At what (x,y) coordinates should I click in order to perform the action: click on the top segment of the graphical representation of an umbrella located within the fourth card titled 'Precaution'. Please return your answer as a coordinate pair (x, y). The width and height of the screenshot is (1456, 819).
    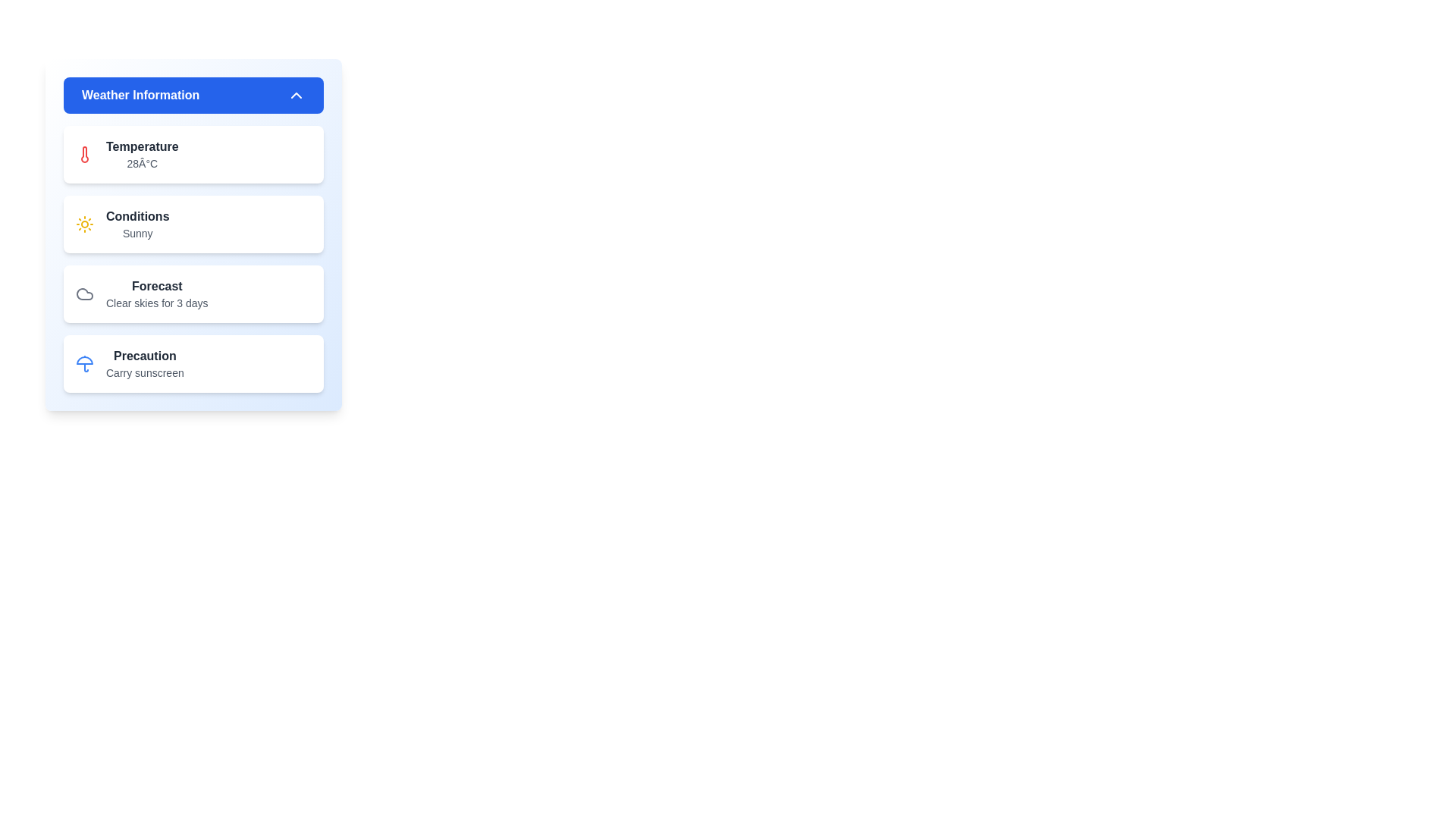
    Looking at the image, I should click on (83, 359).